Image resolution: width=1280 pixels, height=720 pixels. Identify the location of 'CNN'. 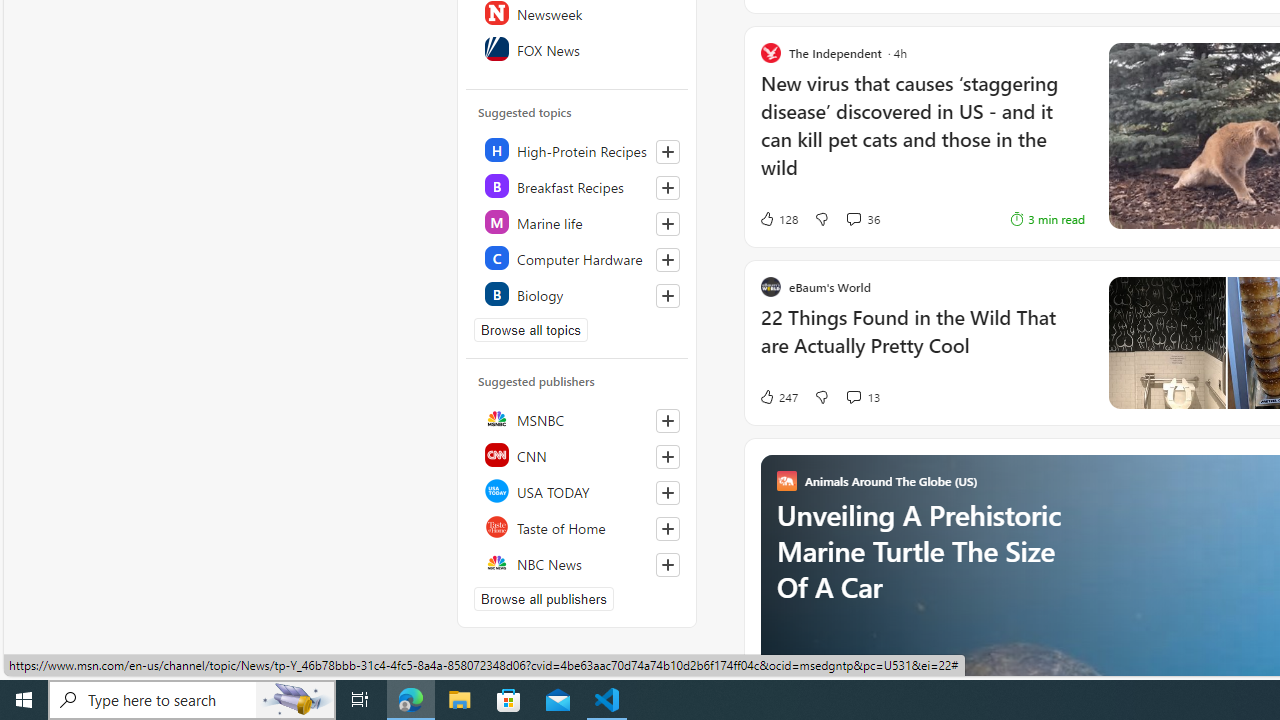
(577, 455).